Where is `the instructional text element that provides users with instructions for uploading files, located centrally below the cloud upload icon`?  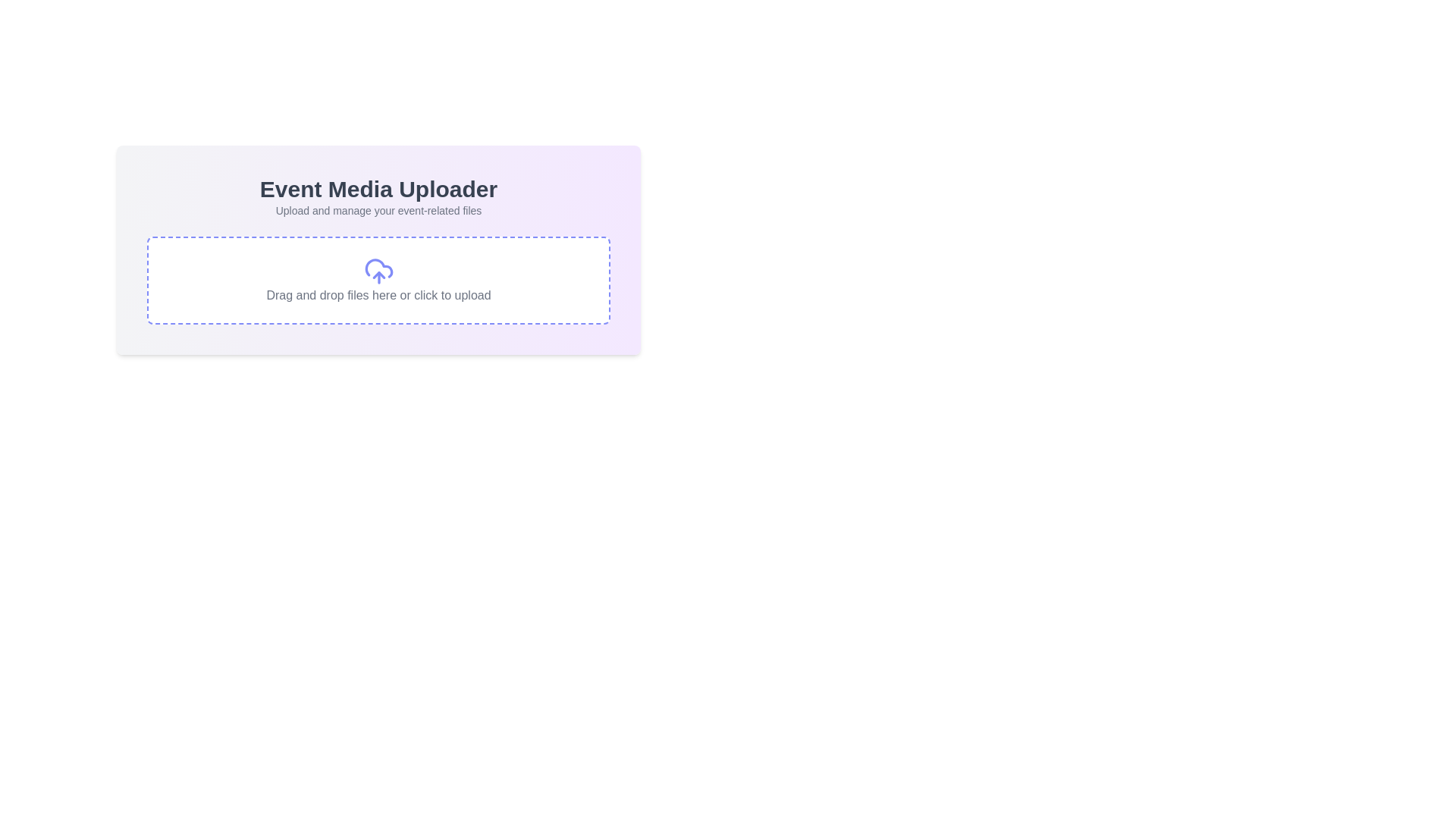
the instructional text element that provides users with instructions for uploading files, located centrally below the cloud upload icon is located at coordinates (378, 295).